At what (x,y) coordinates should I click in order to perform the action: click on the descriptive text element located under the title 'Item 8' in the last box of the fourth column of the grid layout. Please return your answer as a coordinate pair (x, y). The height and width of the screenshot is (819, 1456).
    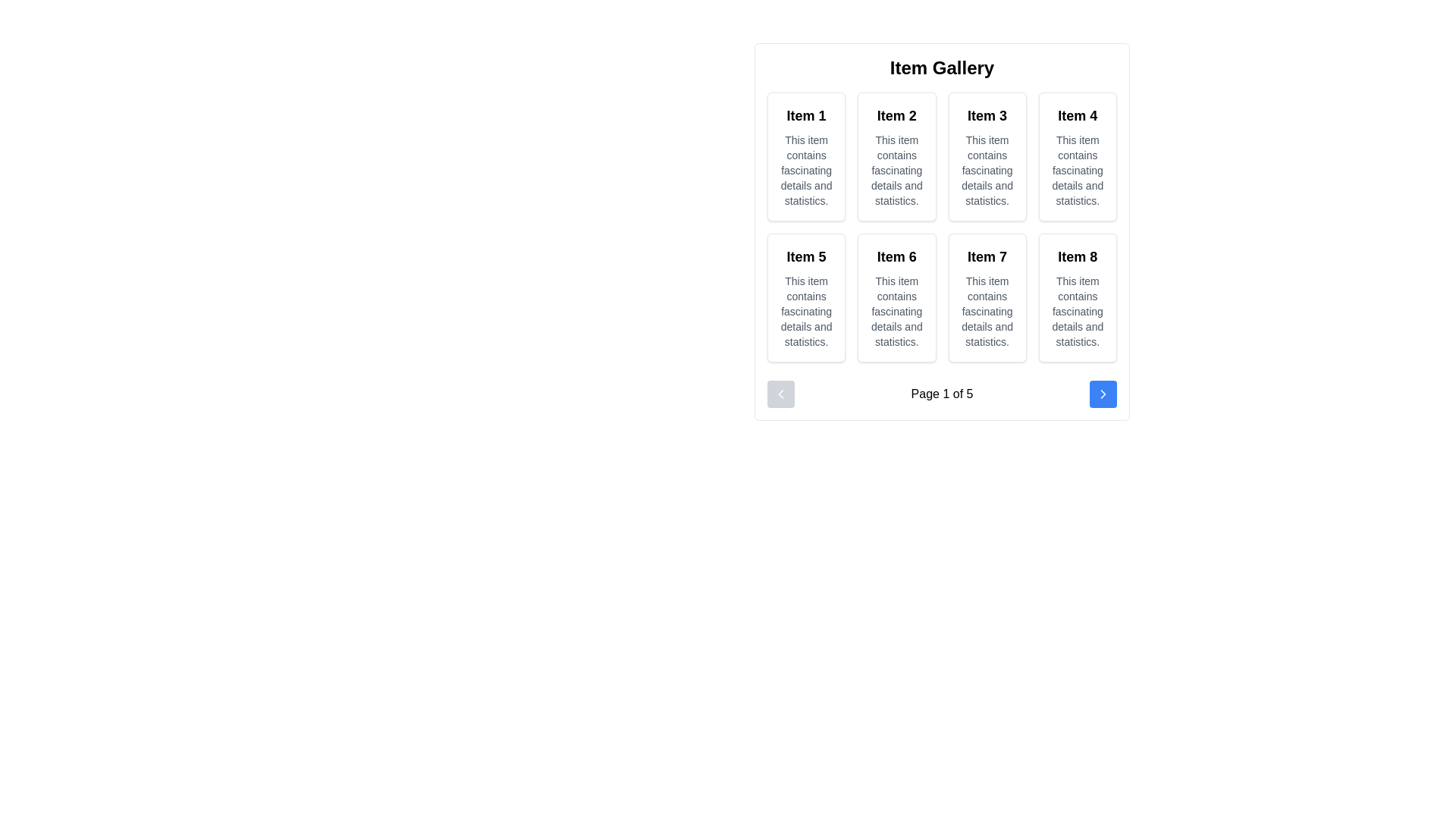
    Looking at the image, I should click on (1077, 311).